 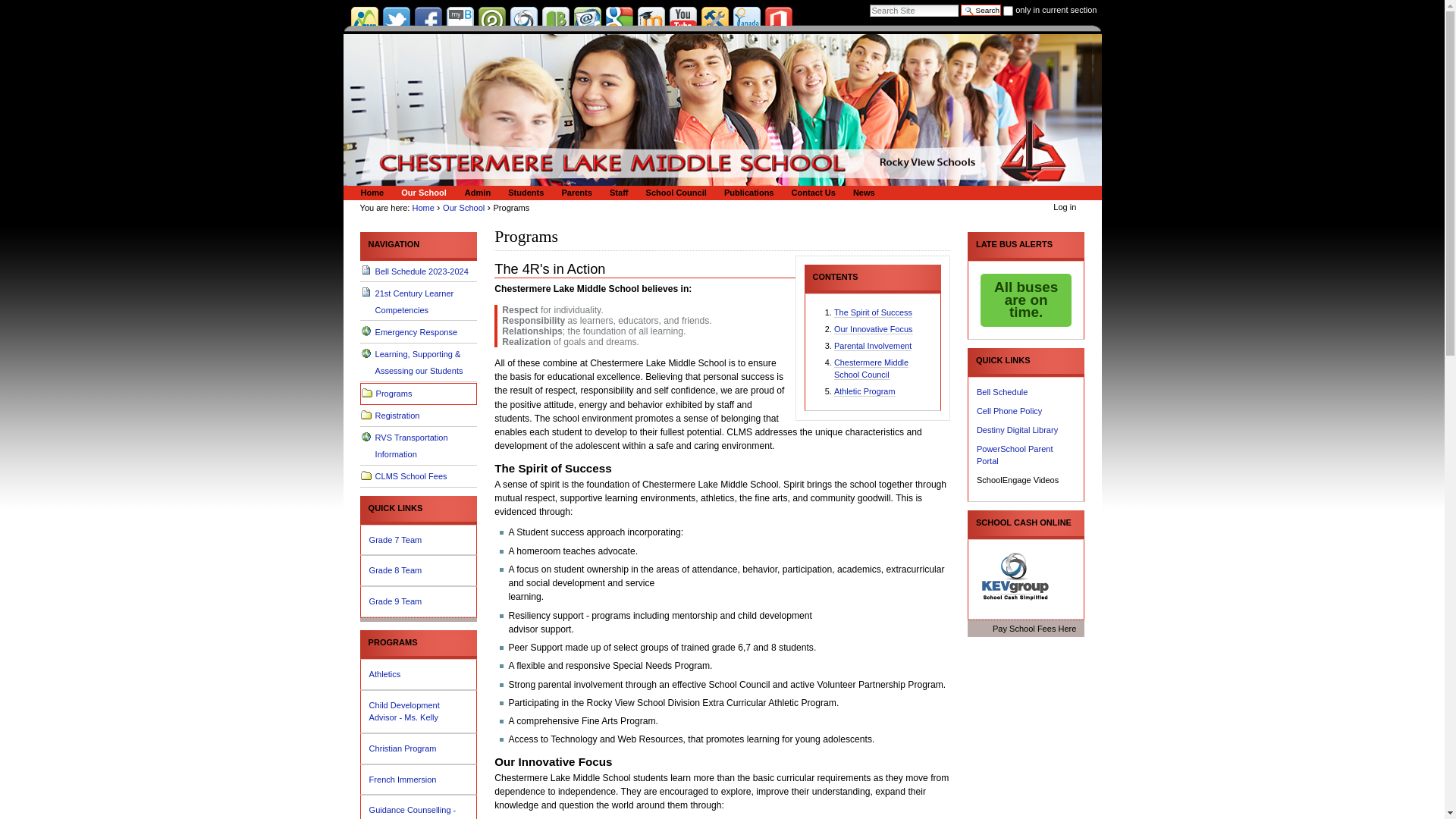 I want to click on 'YouTube', so click(x=682, y=20).